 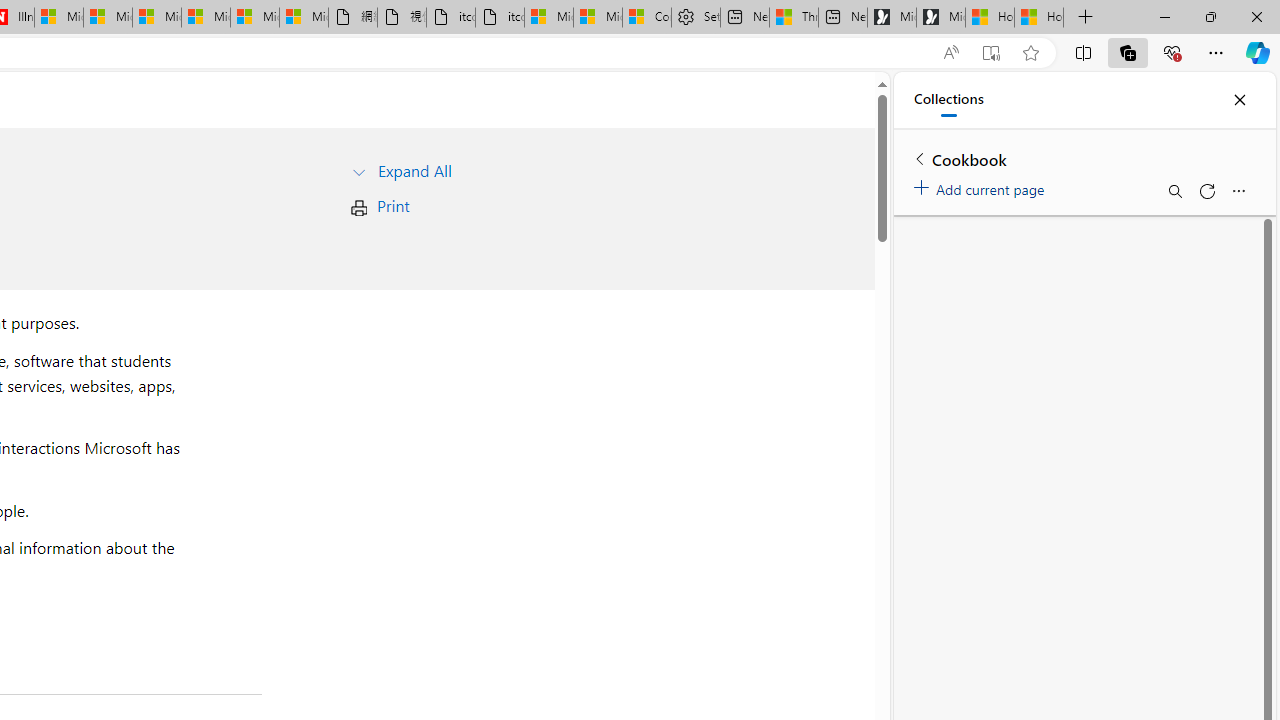 What do you see at coordinates (1039, 17) in the screenshot?
I see `'How to Use a TV as a Computer Monitor'` at bounding box center [1039, 17].